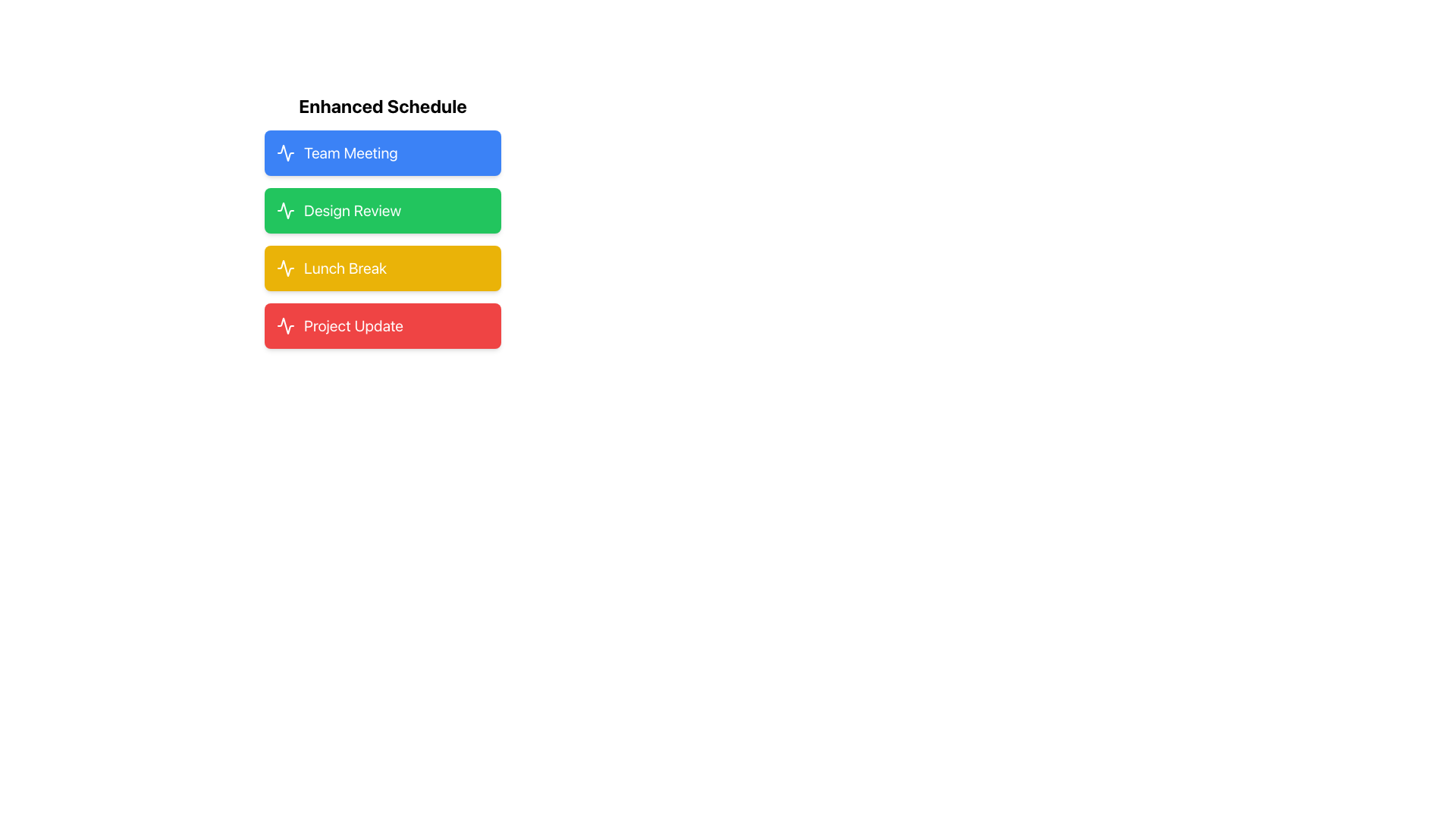  What do you see at coordinates (382, 239) in the screenshot?
I see `the 'Design Review' button located in the 'Enhanced Schedule' section, which is the second button in the list` at bounding box center [382, 239].